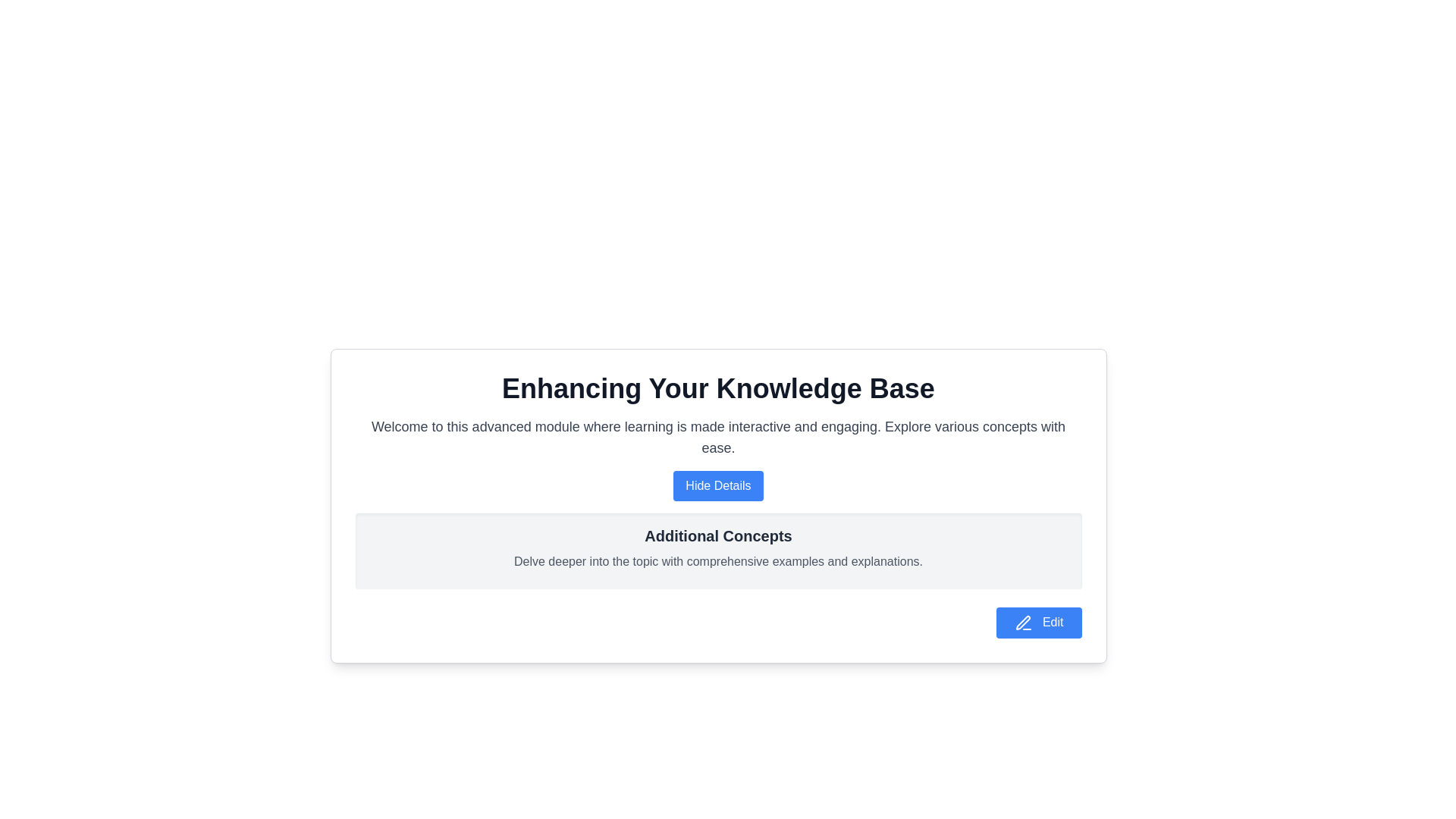  What do you see at coordinates (1023, 623) in the screenshot?
I see `the edit icon located in the bottom-right corner of the white card` at bounding box center [1023, 623].